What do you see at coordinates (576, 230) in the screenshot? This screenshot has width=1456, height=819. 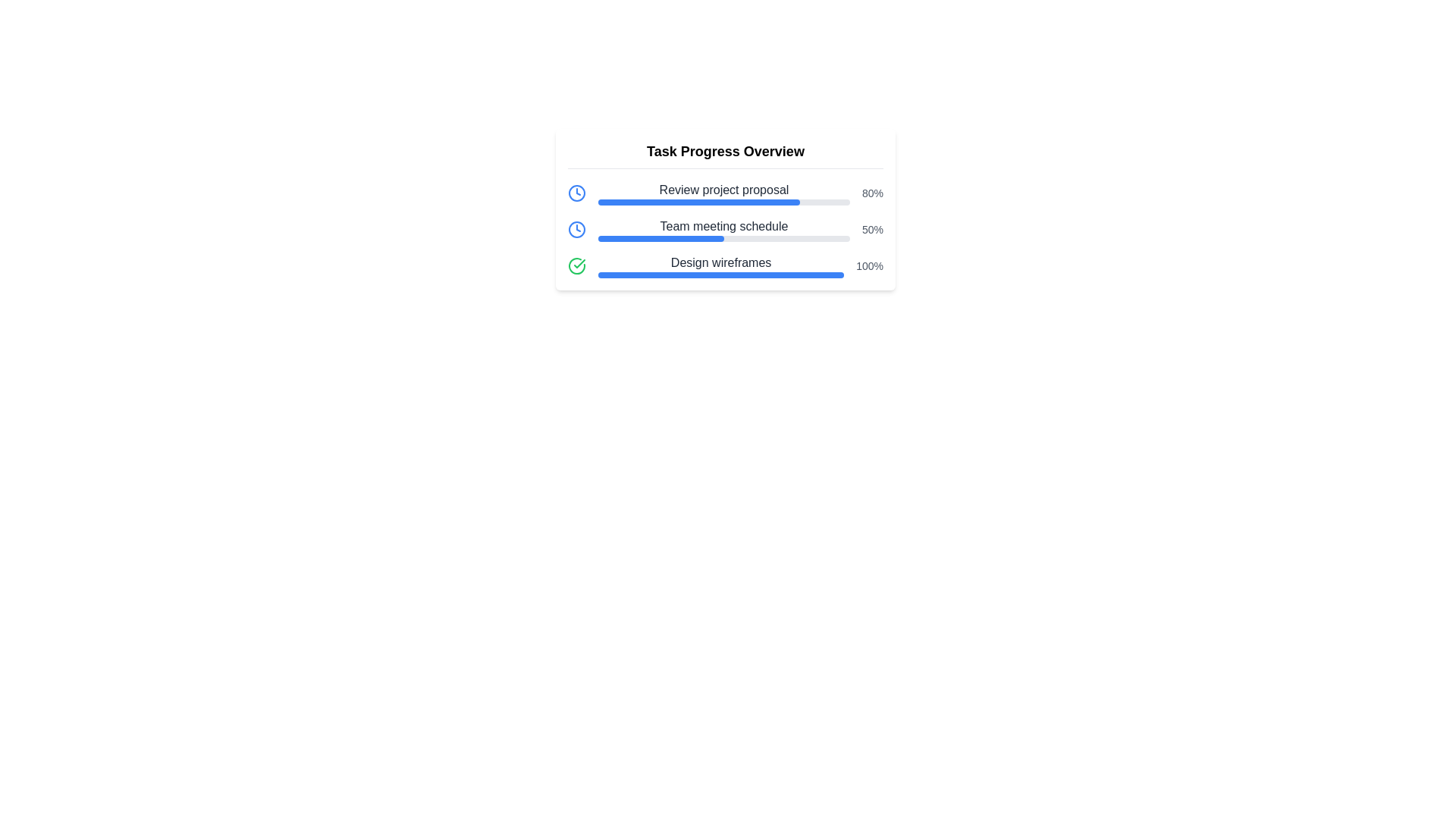 I see `the icon representing the scheduling of a team meeting, which is located to the left of the text 'Team meeting schedule' and above a progress bar indicating 50% completion` at bounding box center [576, 230].